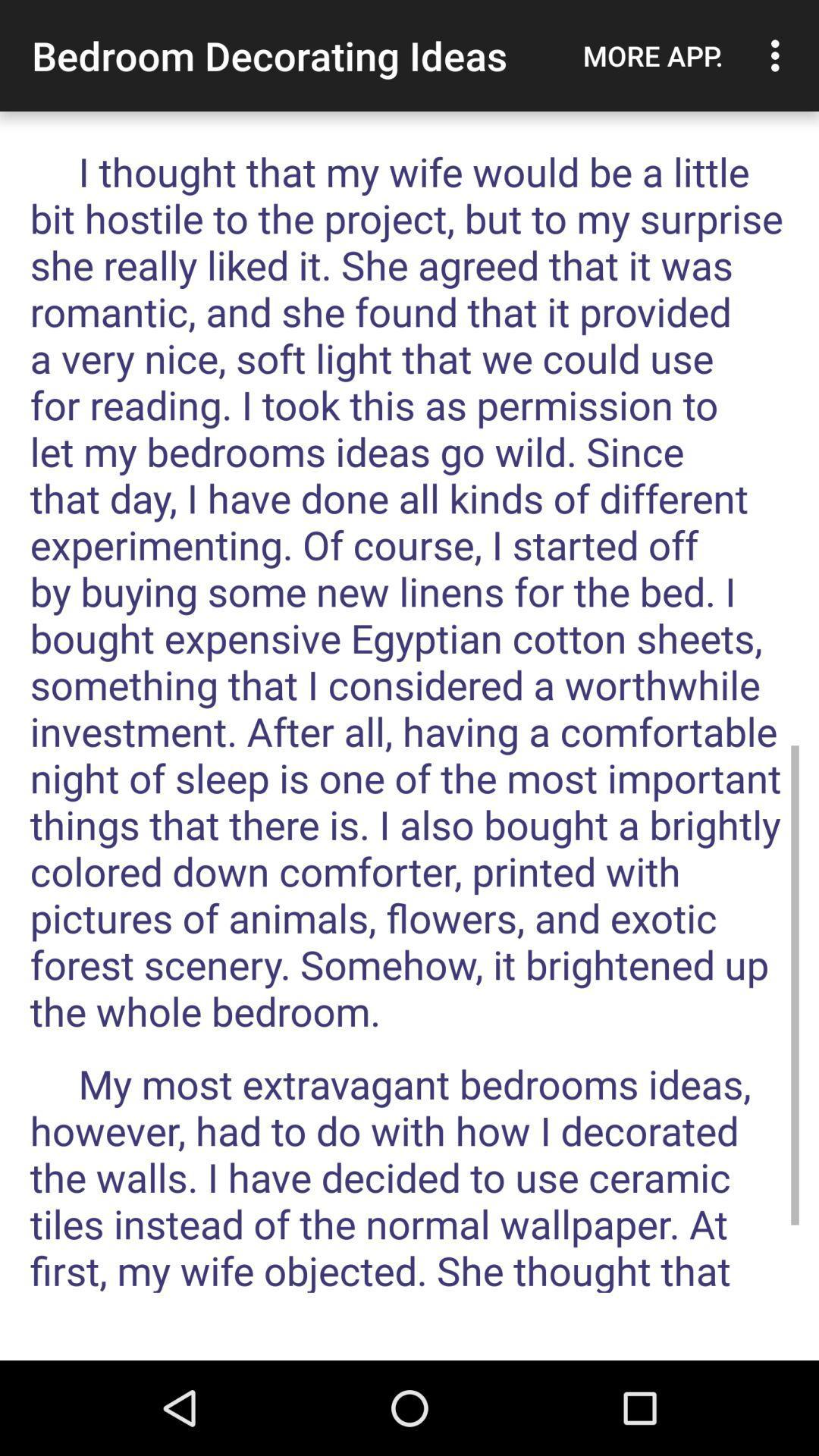 The height and width of the screenshot is (1456, 819). What do you see at coordinates (652, 55) in the screenshot?
I see `the item above the i thought that icon` at bounding box center [652, 55].